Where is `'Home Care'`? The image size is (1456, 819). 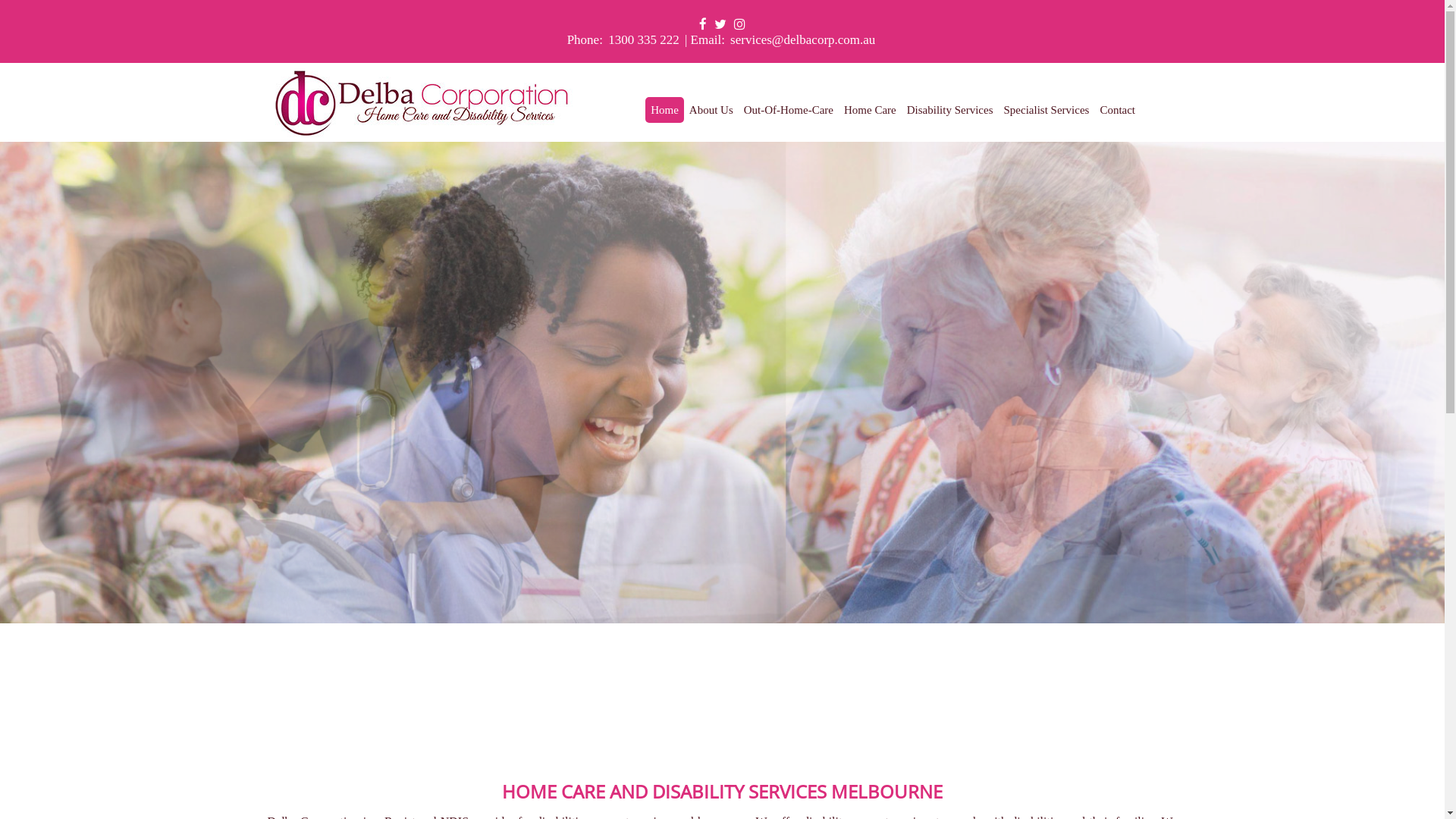 'Home Care' is located at coordinates (870, 109).